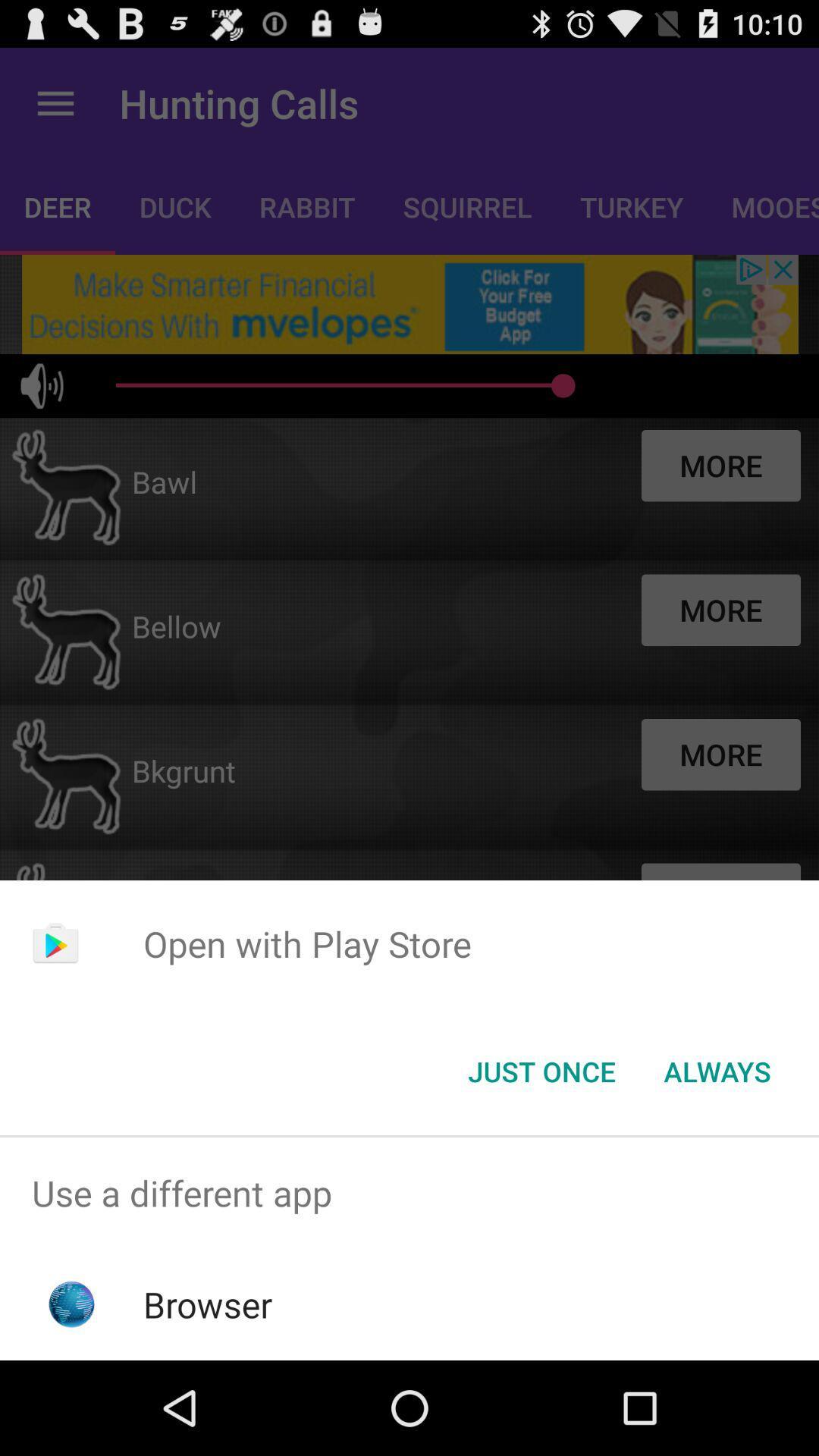 The image size is (819, 1456). I want to click on browser icon, so click(208, 1304).